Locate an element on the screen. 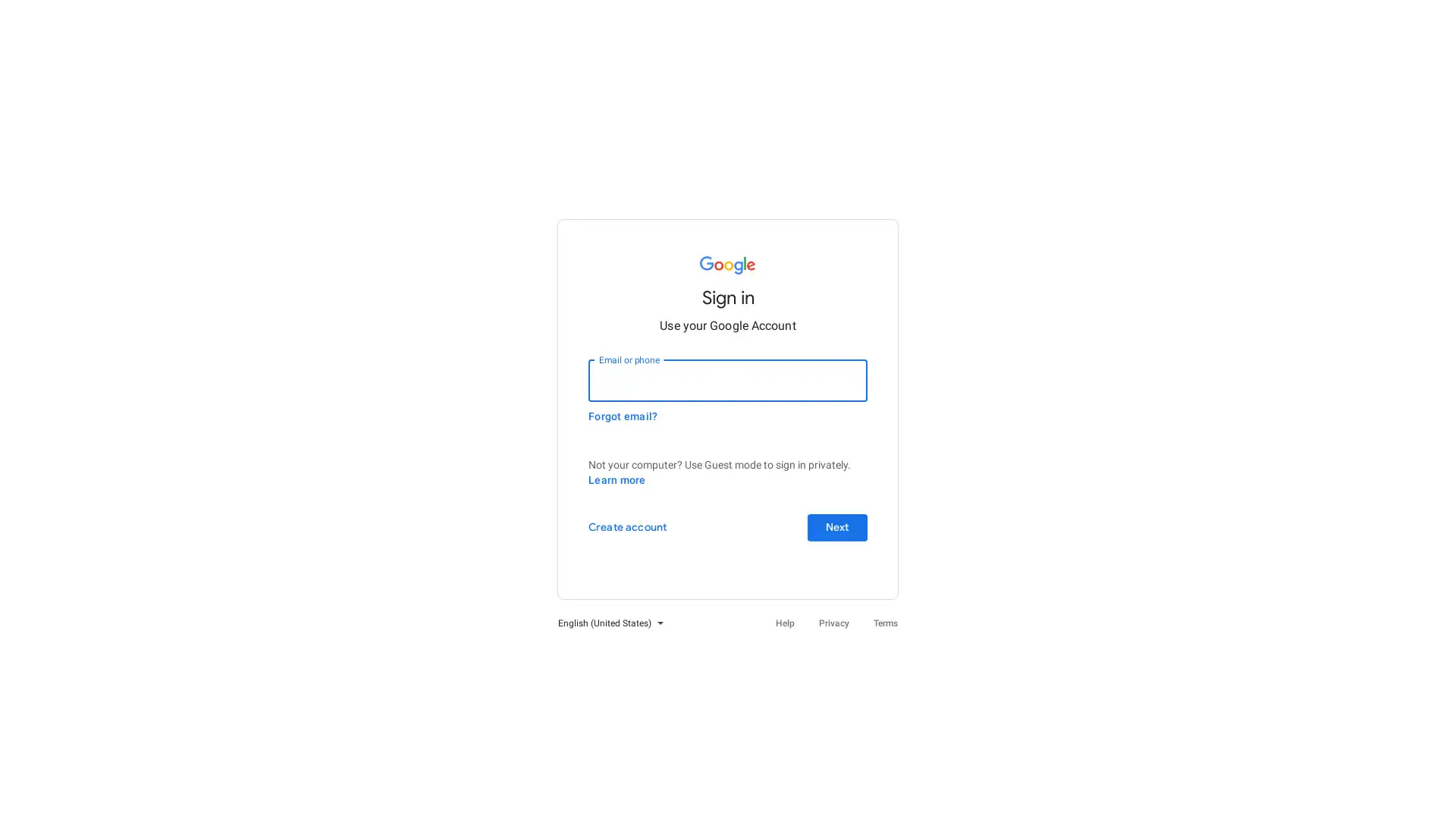 The width and height of the screenshot is (1456, 819). Forgot email? is located at coordinates (623, 415).